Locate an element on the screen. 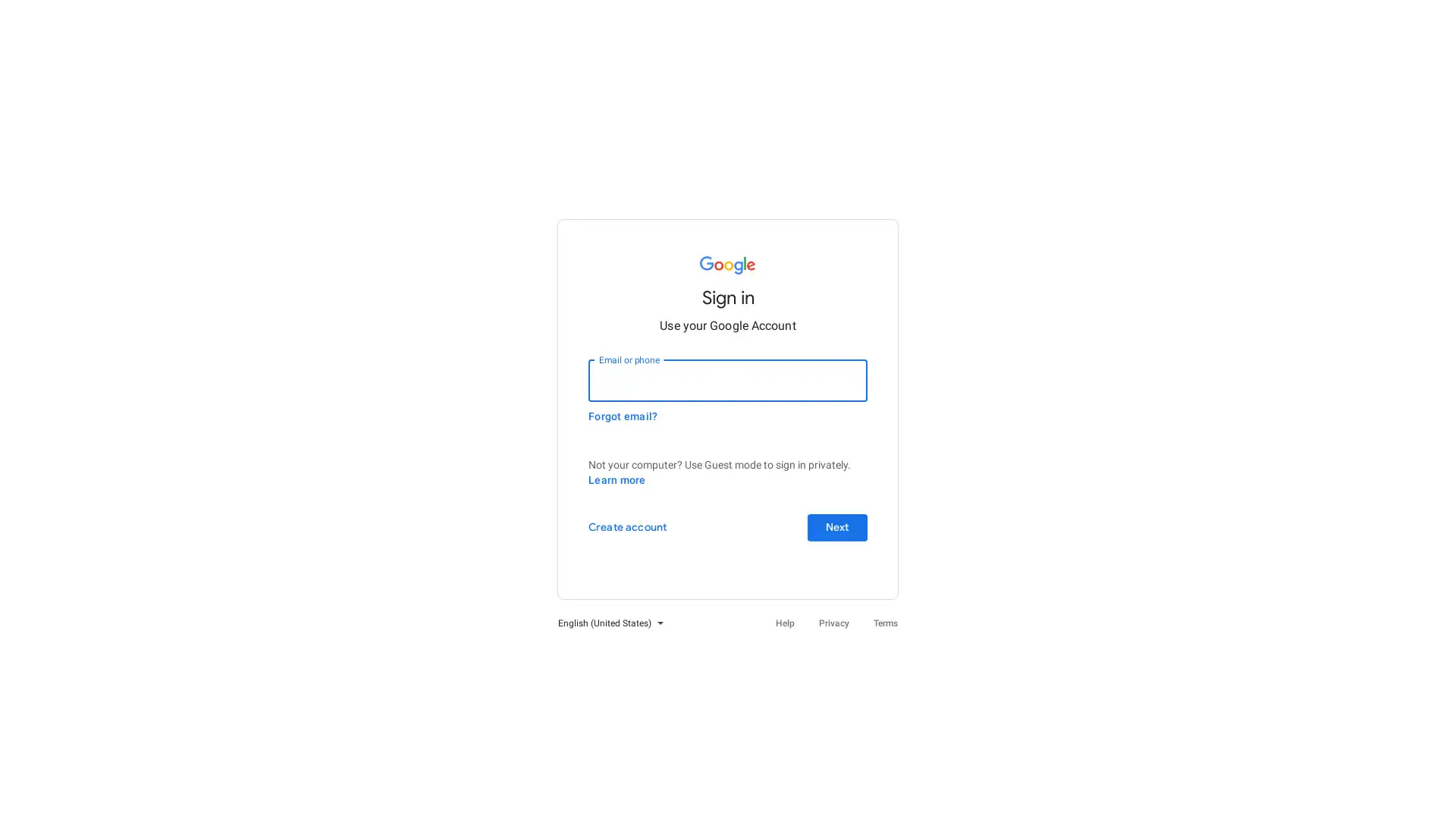 The width and height of the screenshot is (1456, 819). Forgot email? is located at coordinates (623, 415).